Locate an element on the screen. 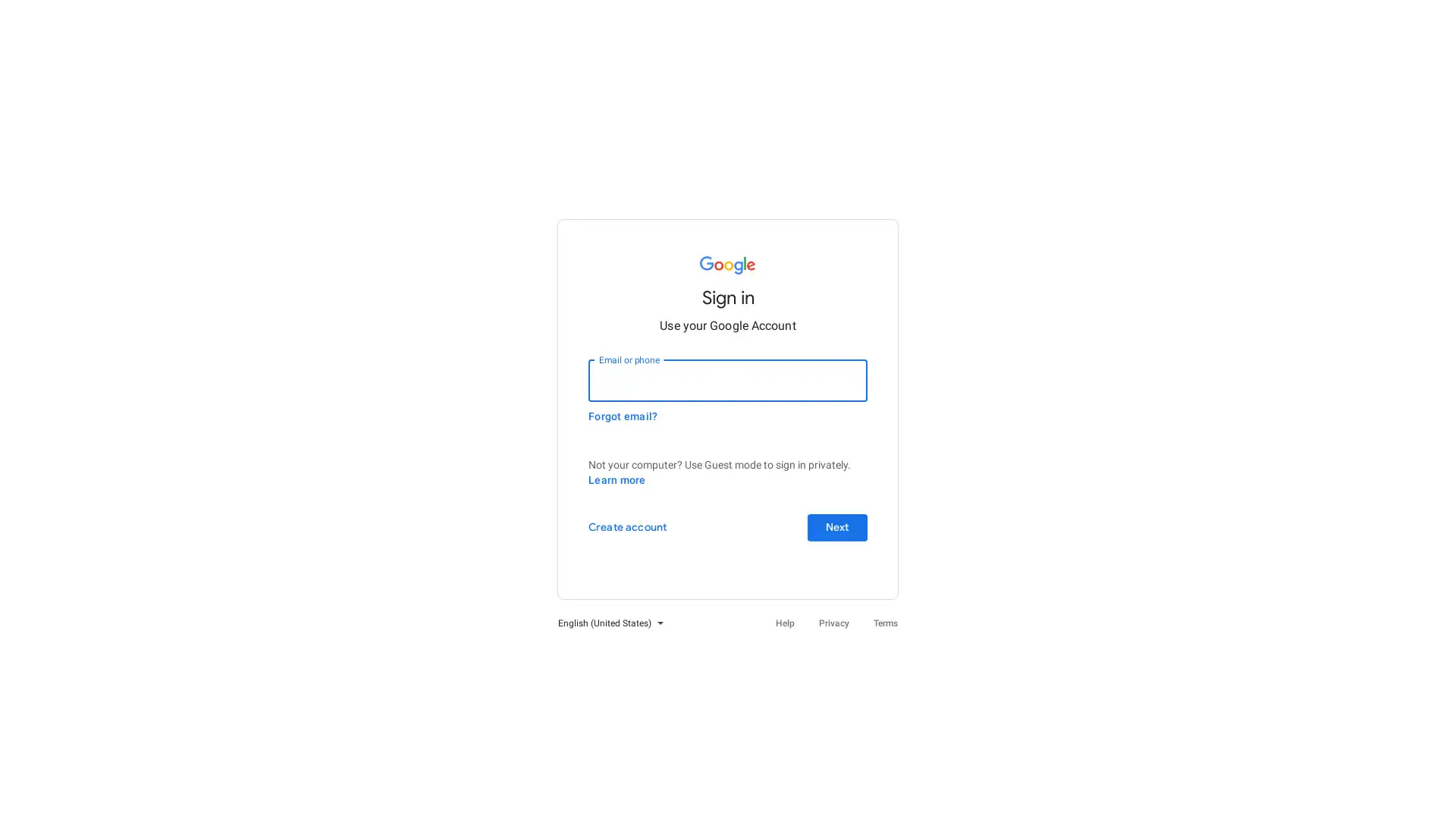 The width and height of the screenshot is (1456, 819). Forgot email? is located at coordinates (623, 415).